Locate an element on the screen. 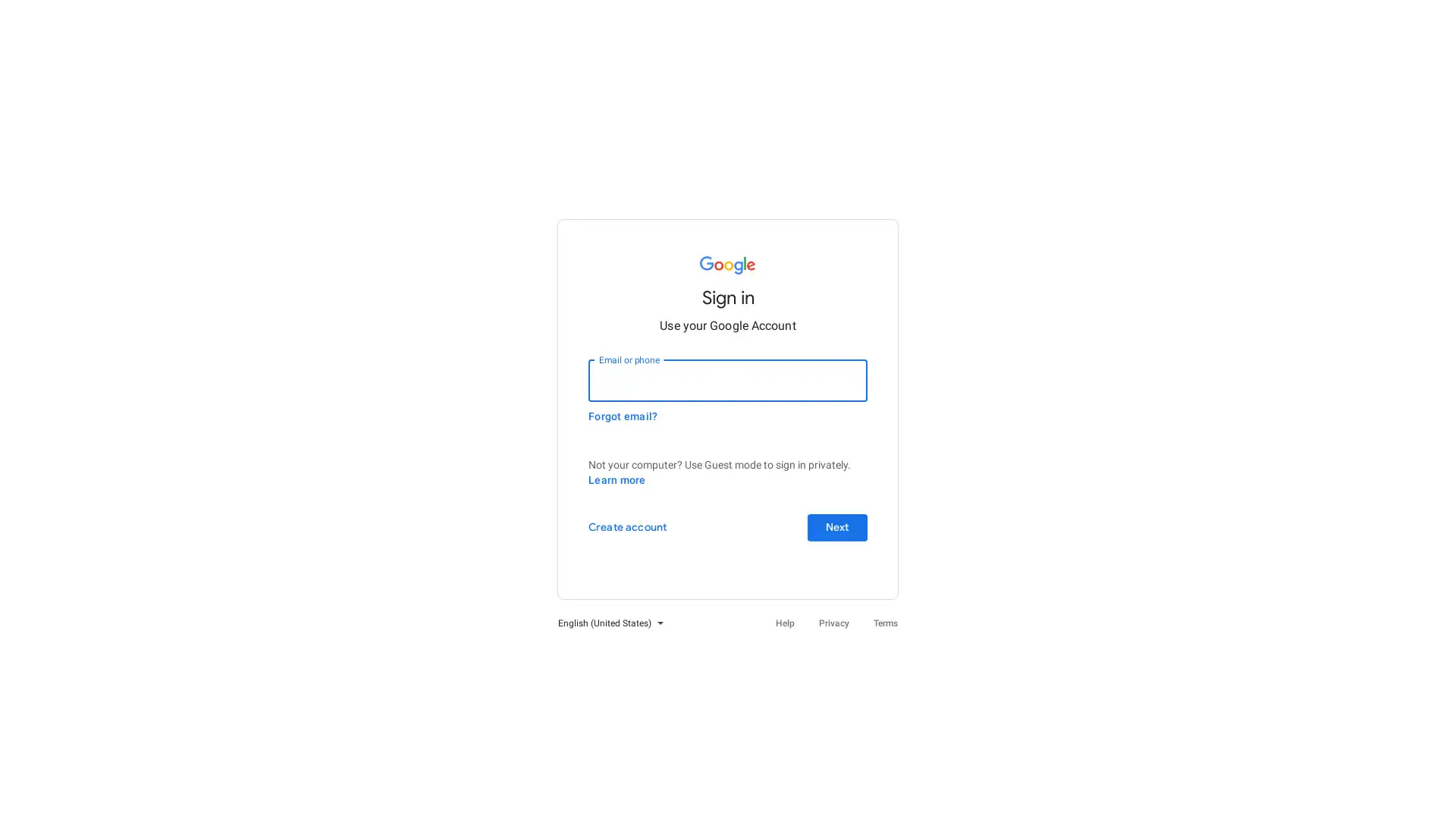 The width and height of the screenshot is (1456, 819). Forgot email? is located at coordinates (623, 415).